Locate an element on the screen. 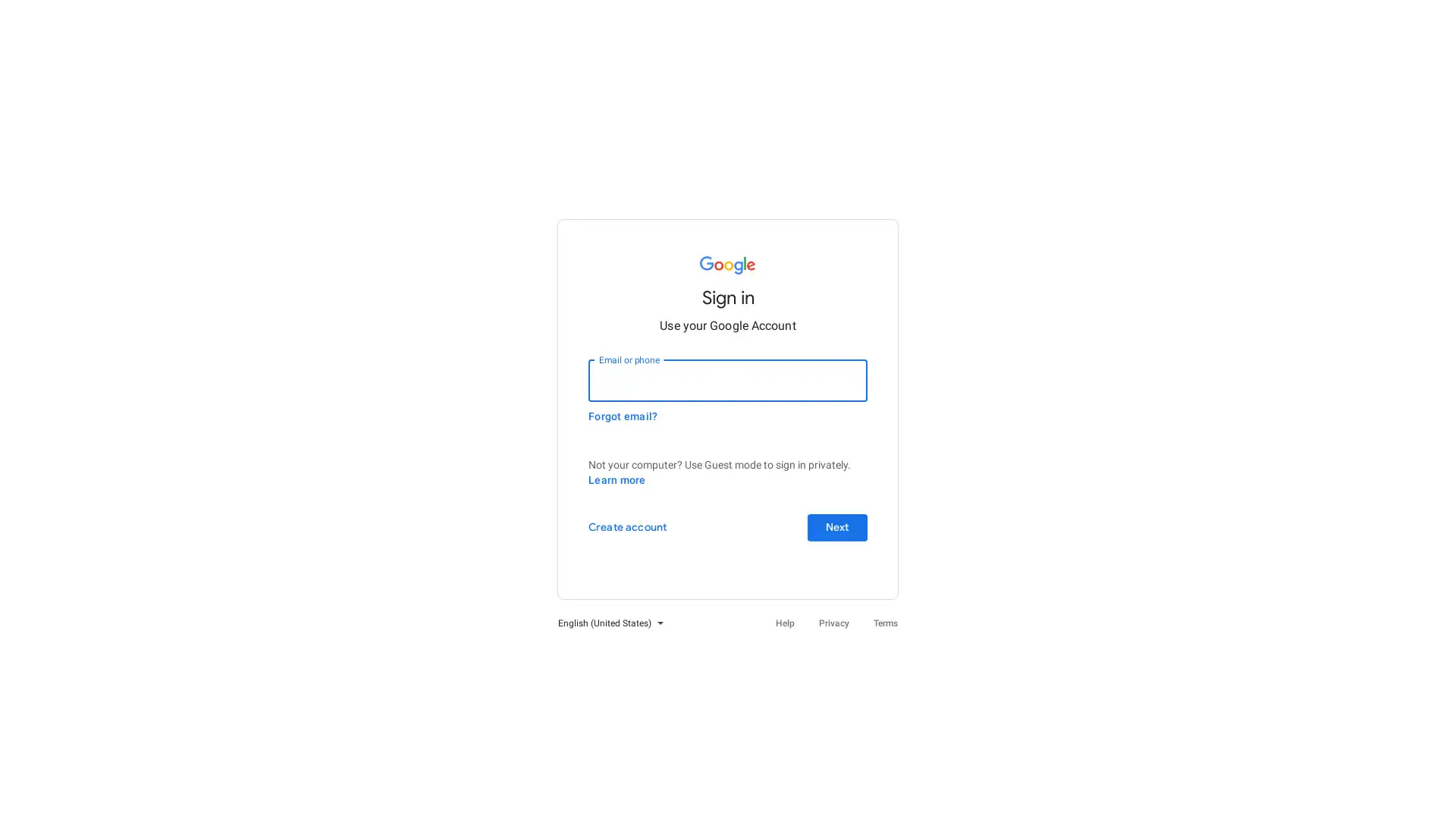 The width and height of the screenshot is (1456, 819). Forgot email? is located at coordinates (623, 415).